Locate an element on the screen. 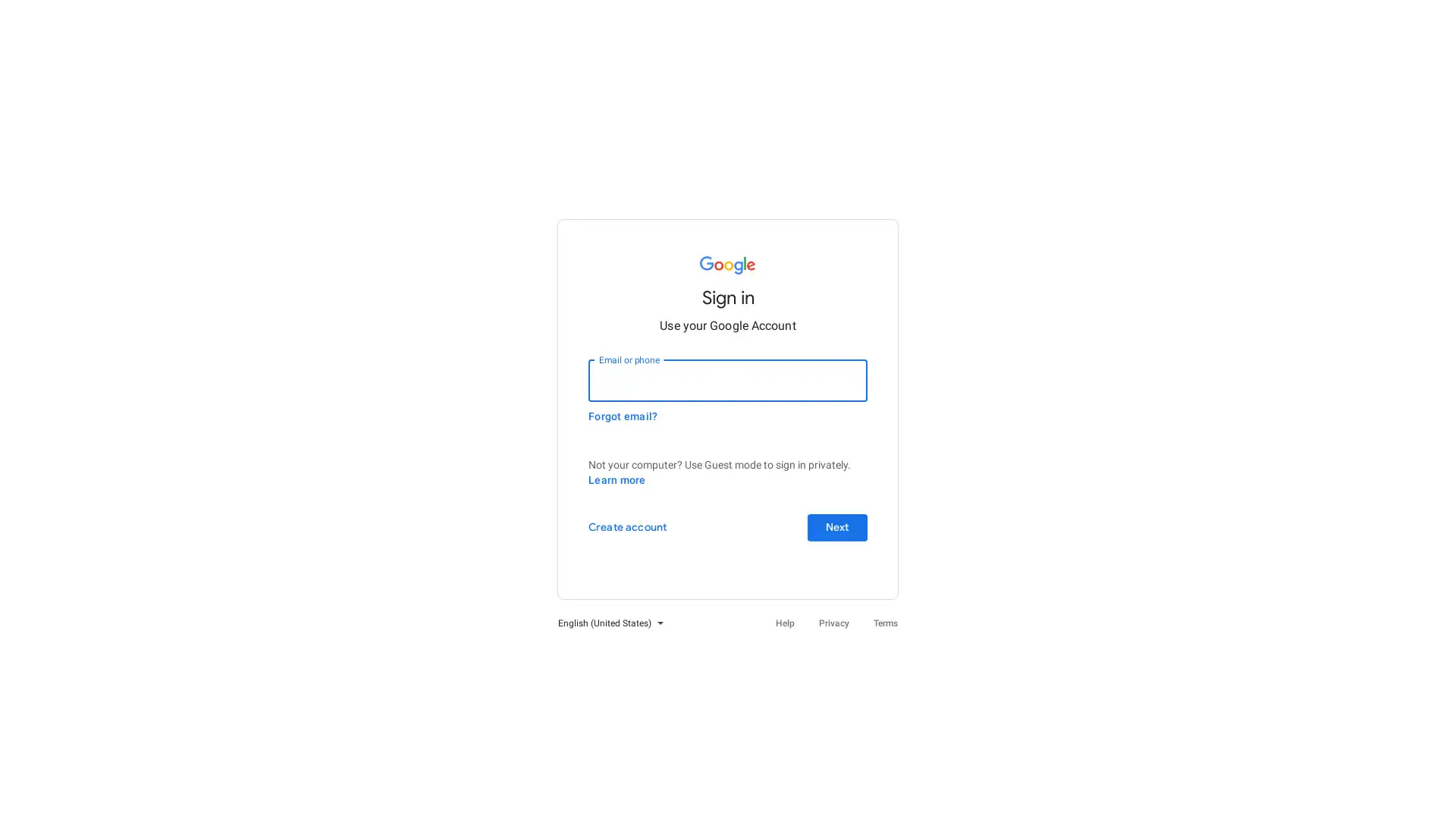 The width and height of the screenshot is (1456, 819). Forgot email? is located at coordinates (623, 415).